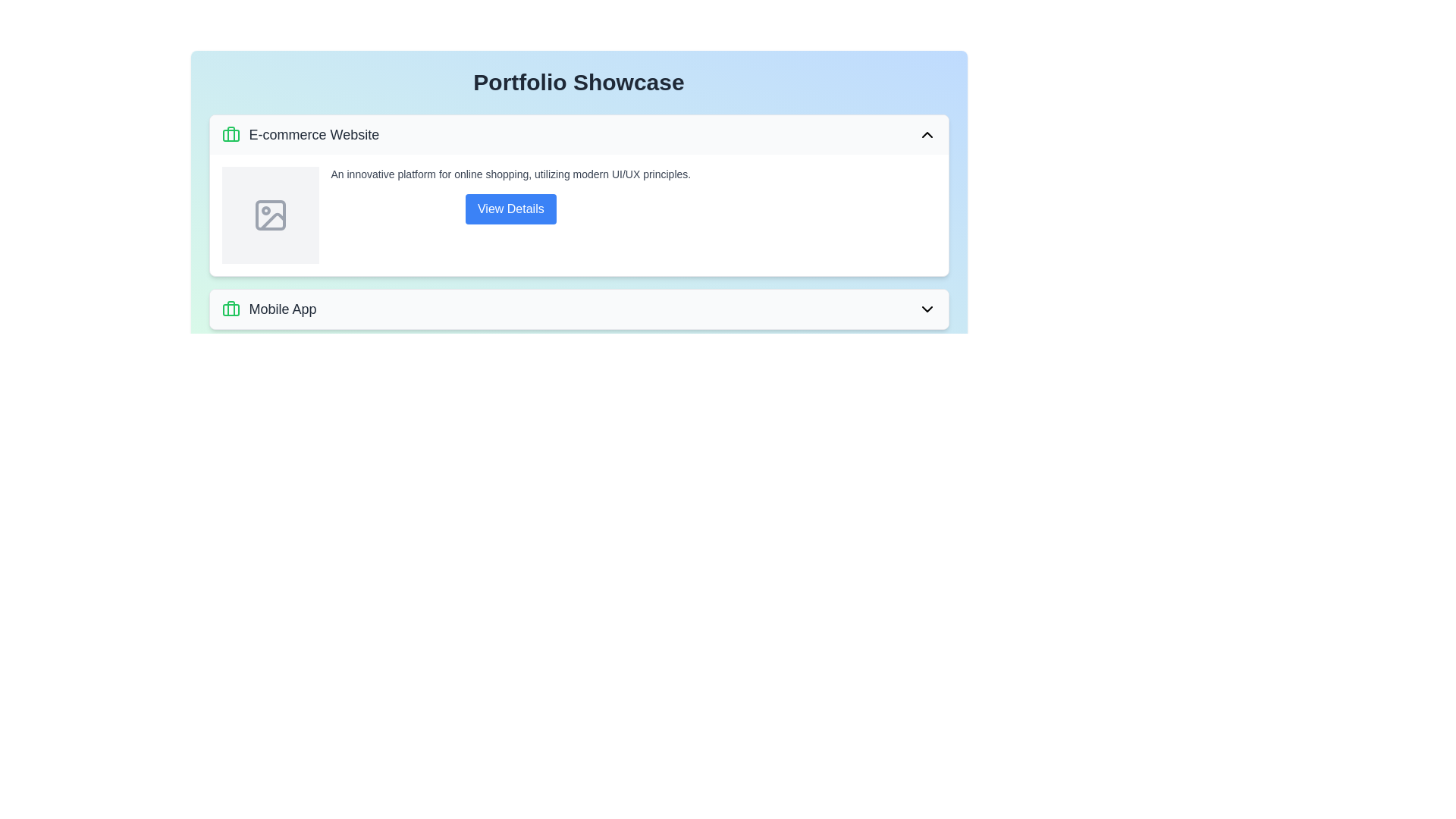 The image size is (1456, 819). I want to click on rectangular element that visually represents the briefcase icon, located next to the 'Mobile App' text, so click(230, 309).